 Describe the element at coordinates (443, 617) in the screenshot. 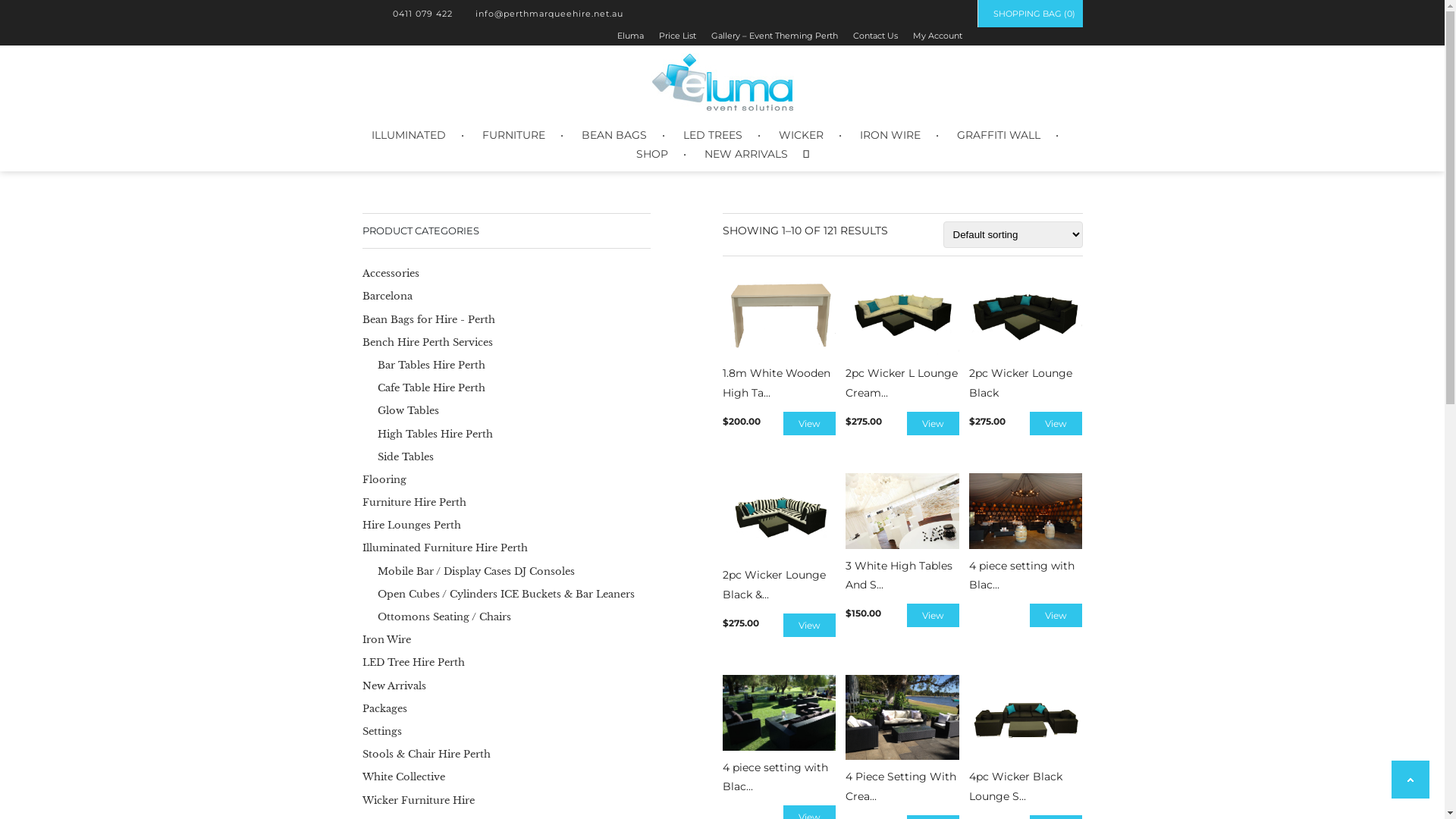

I see `'Ottomons Seating / Chairs'` at that location.